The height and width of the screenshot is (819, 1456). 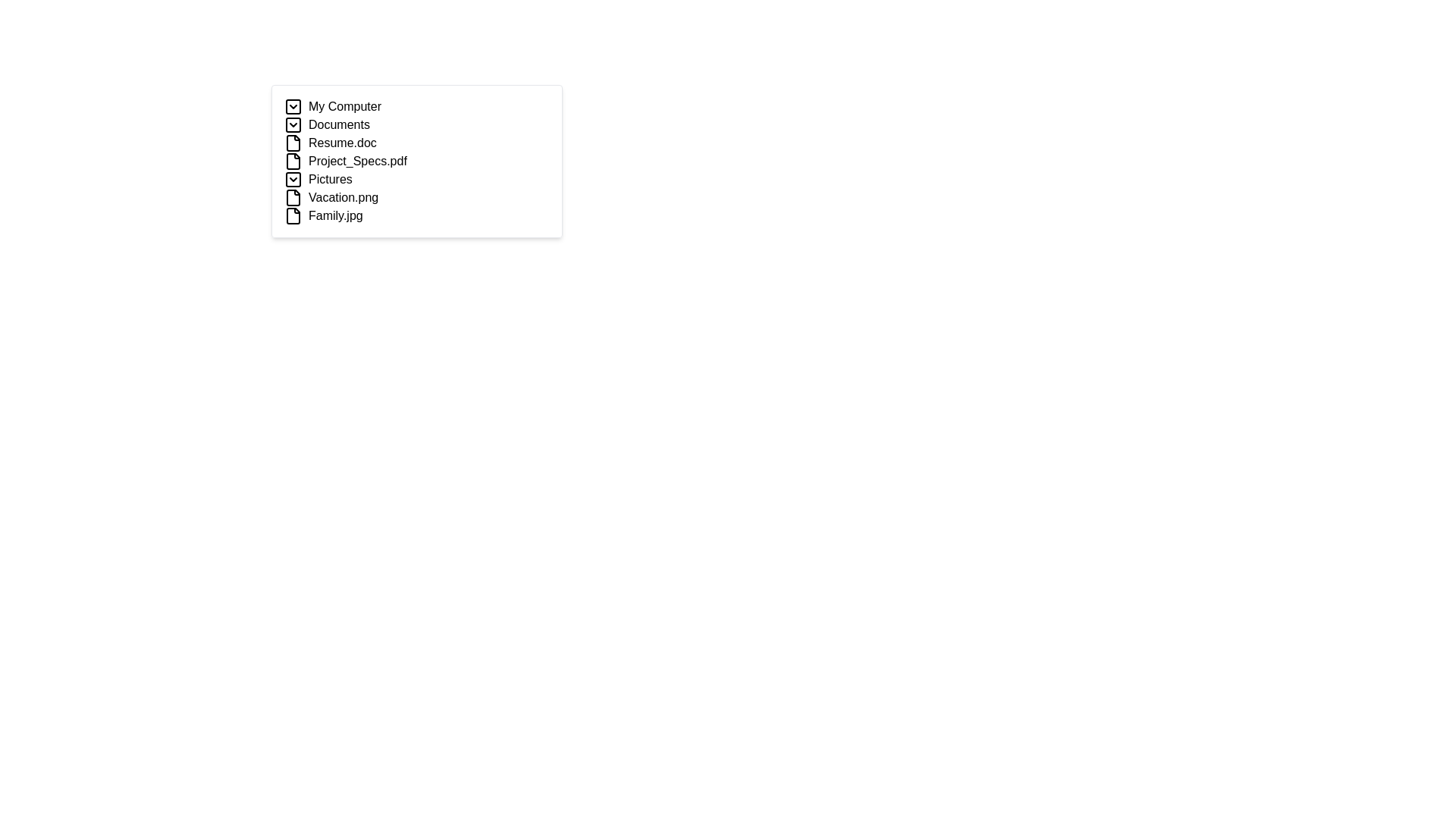 What do you see at coordinates (293, 143) in the screenshot?
I see `the file icon that represents 'Resume.doc', which is located in a vertical list of file entries between 'Documents' and 'Project_Specs.pdf'` at bounding box center [293, 143].